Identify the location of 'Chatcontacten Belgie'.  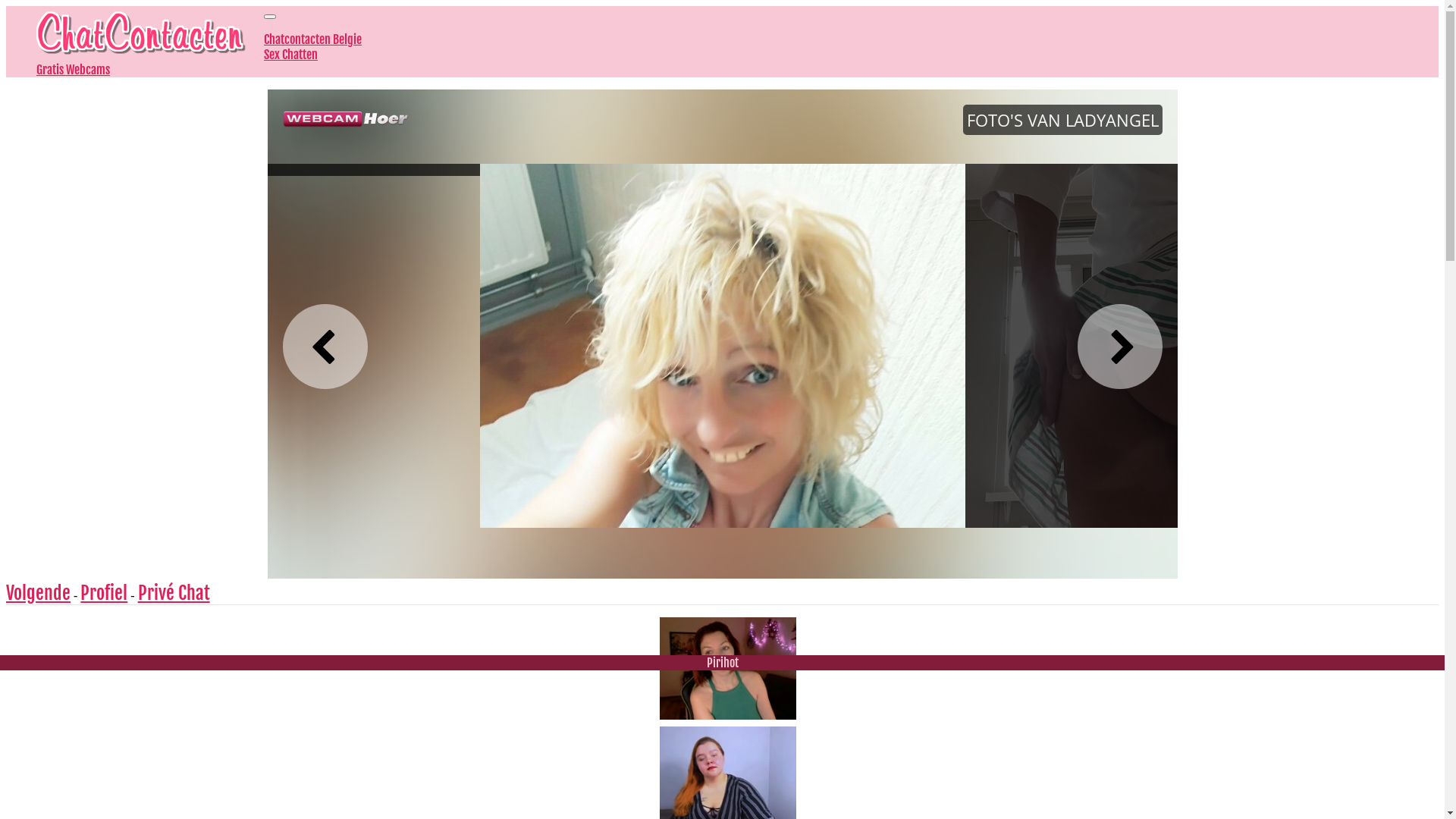
(263, 38).